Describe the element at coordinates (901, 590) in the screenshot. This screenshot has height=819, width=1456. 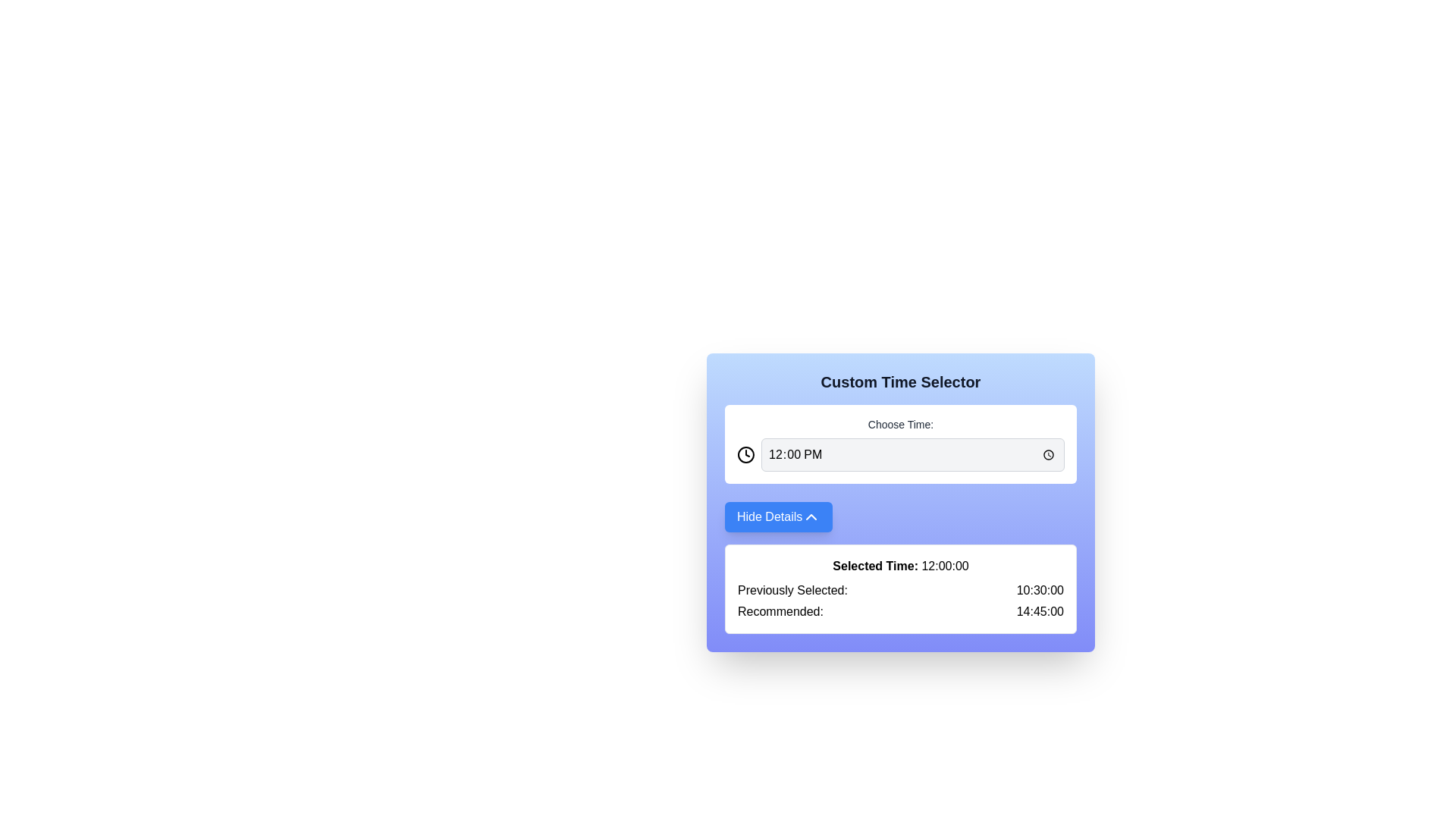
I see `the text display element labeled 'Previously Selected:' with the time '10:30:00' for accessibility tools` at that location.